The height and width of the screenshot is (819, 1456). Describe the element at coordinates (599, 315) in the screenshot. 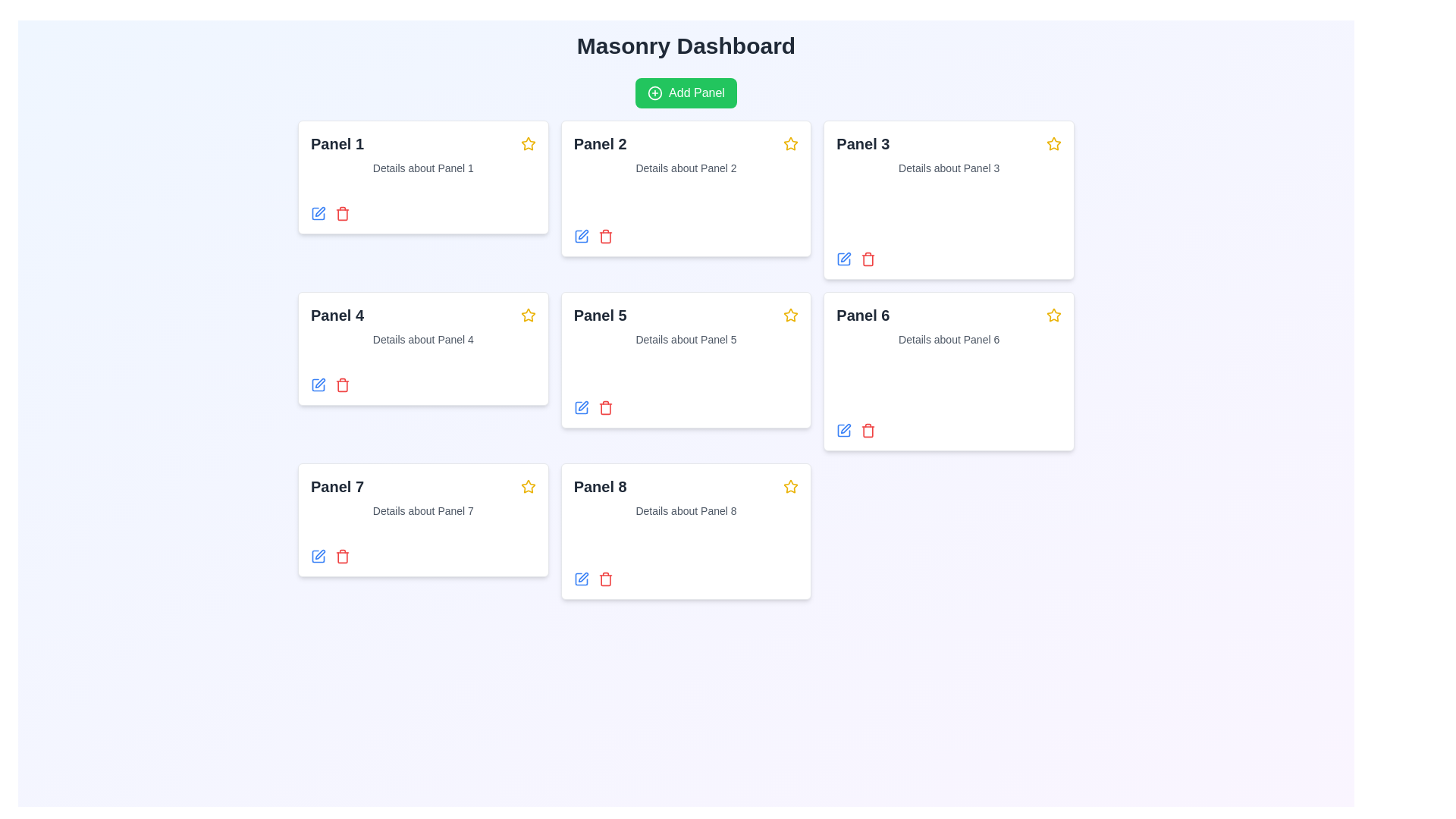

I see `the label indicating the content or purpose of 'Panel 5', located` at that location.